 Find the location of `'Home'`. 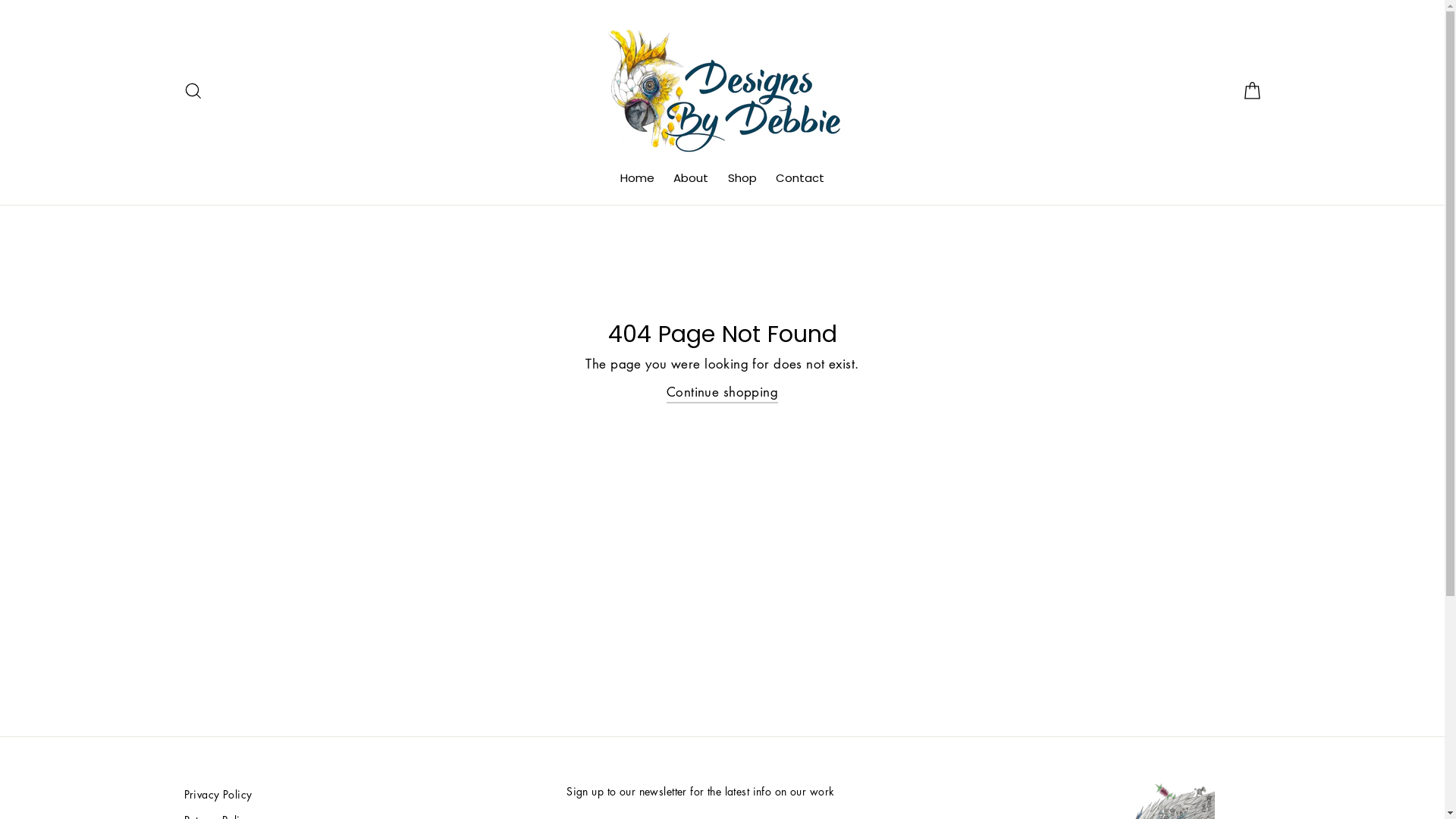

'Home' is located at coordinates (637, 177).